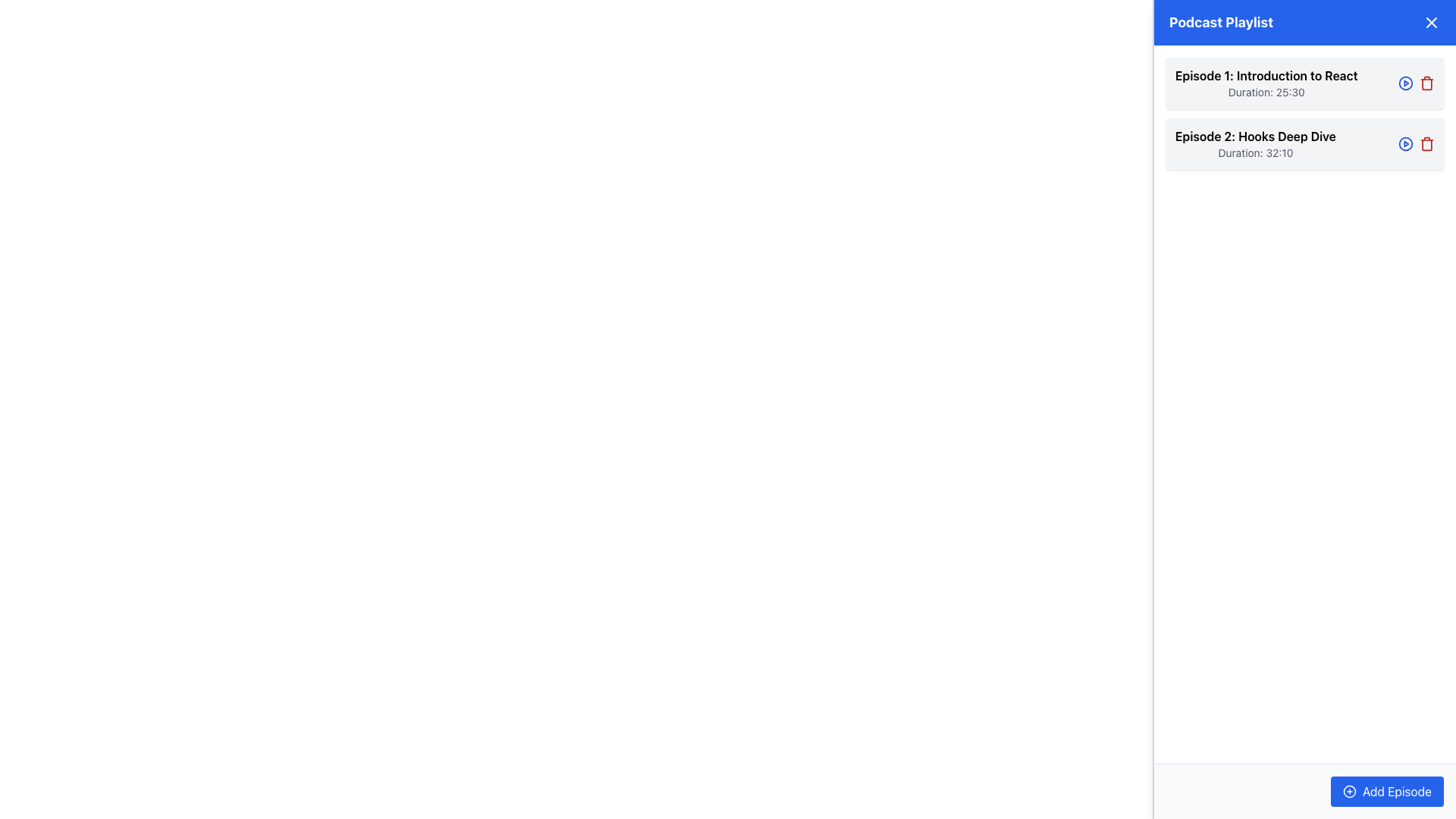 This screenshot has height=819, width=1456. I want to click on the text label displaying 'Duration: 32:10' located beneath the title 'Episode 2: Hooks Deep Dive', so click(1256, 152).